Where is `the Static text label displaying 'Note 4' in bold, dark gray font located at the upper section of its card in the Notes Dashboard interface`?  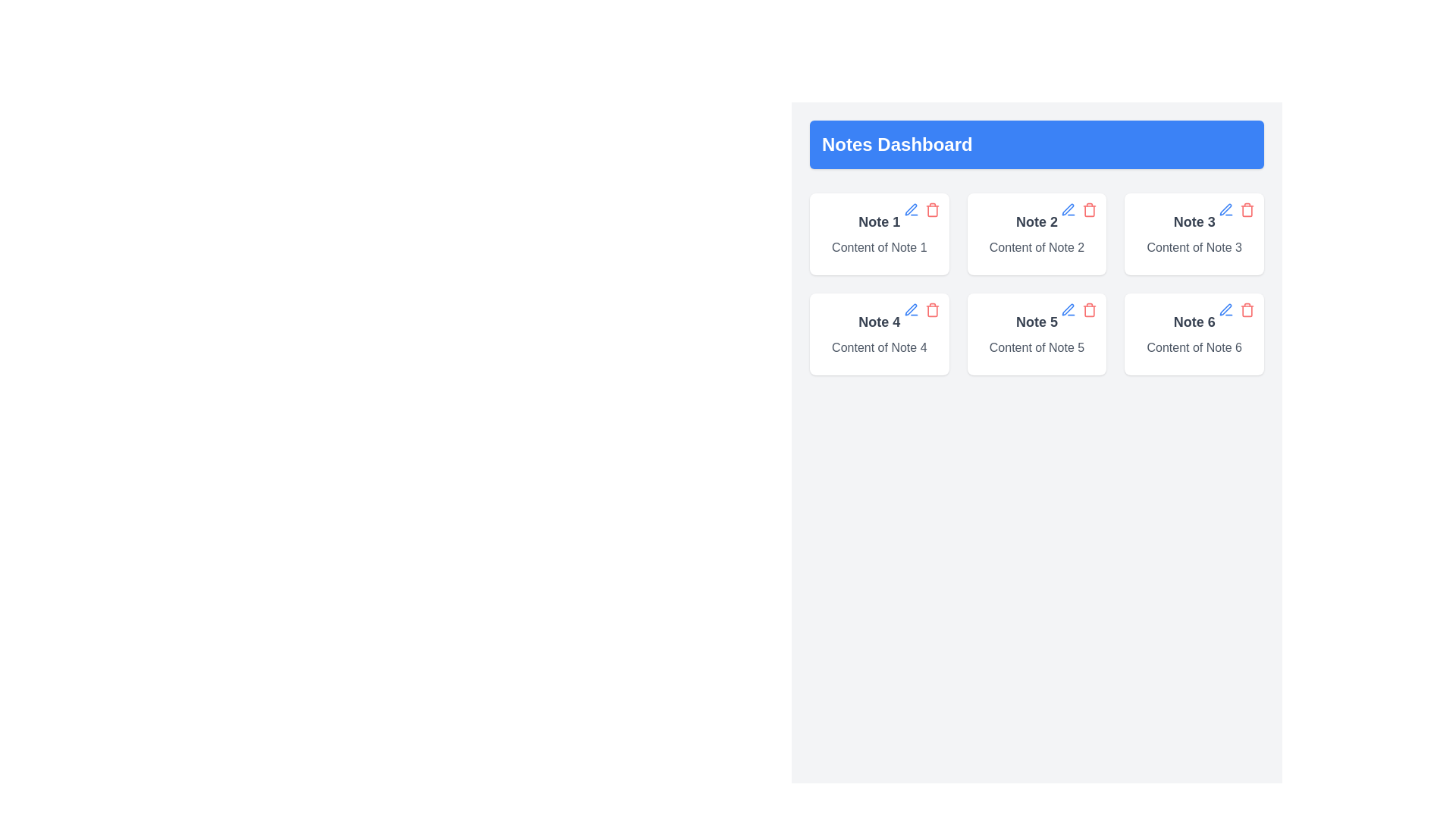 the Static text label displaying 'Note 4' in bold, dark gray font located at the upper section of its card in the Notes Dashboard interface is located at coordinates (879, 321).